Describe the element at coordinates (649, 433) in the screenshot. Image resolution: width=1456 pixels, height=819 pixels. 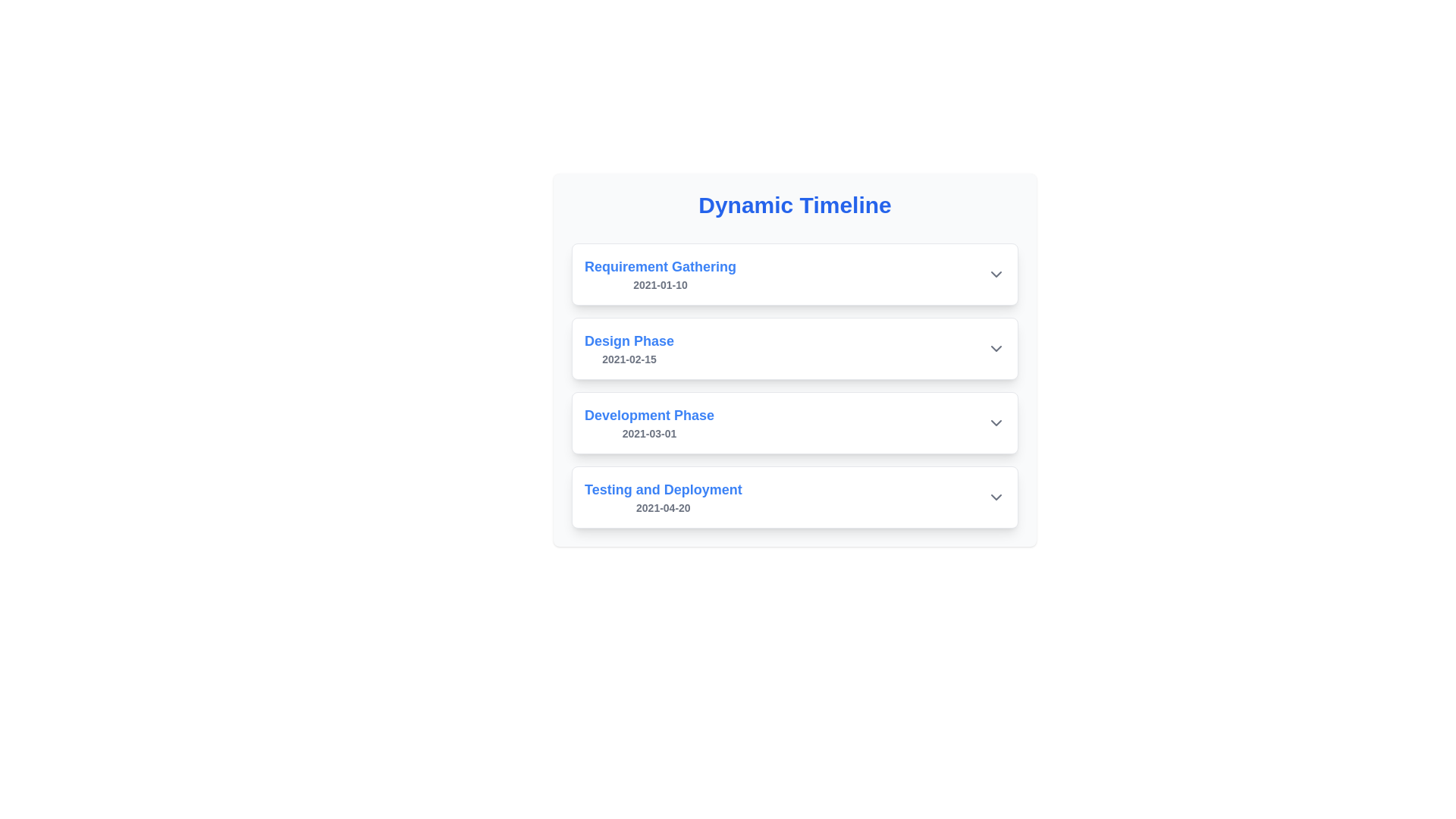
I see `the text label displaying the date '2021-03-01', which is located below the title 'Development Phase' in a gray-colored font` at that location.